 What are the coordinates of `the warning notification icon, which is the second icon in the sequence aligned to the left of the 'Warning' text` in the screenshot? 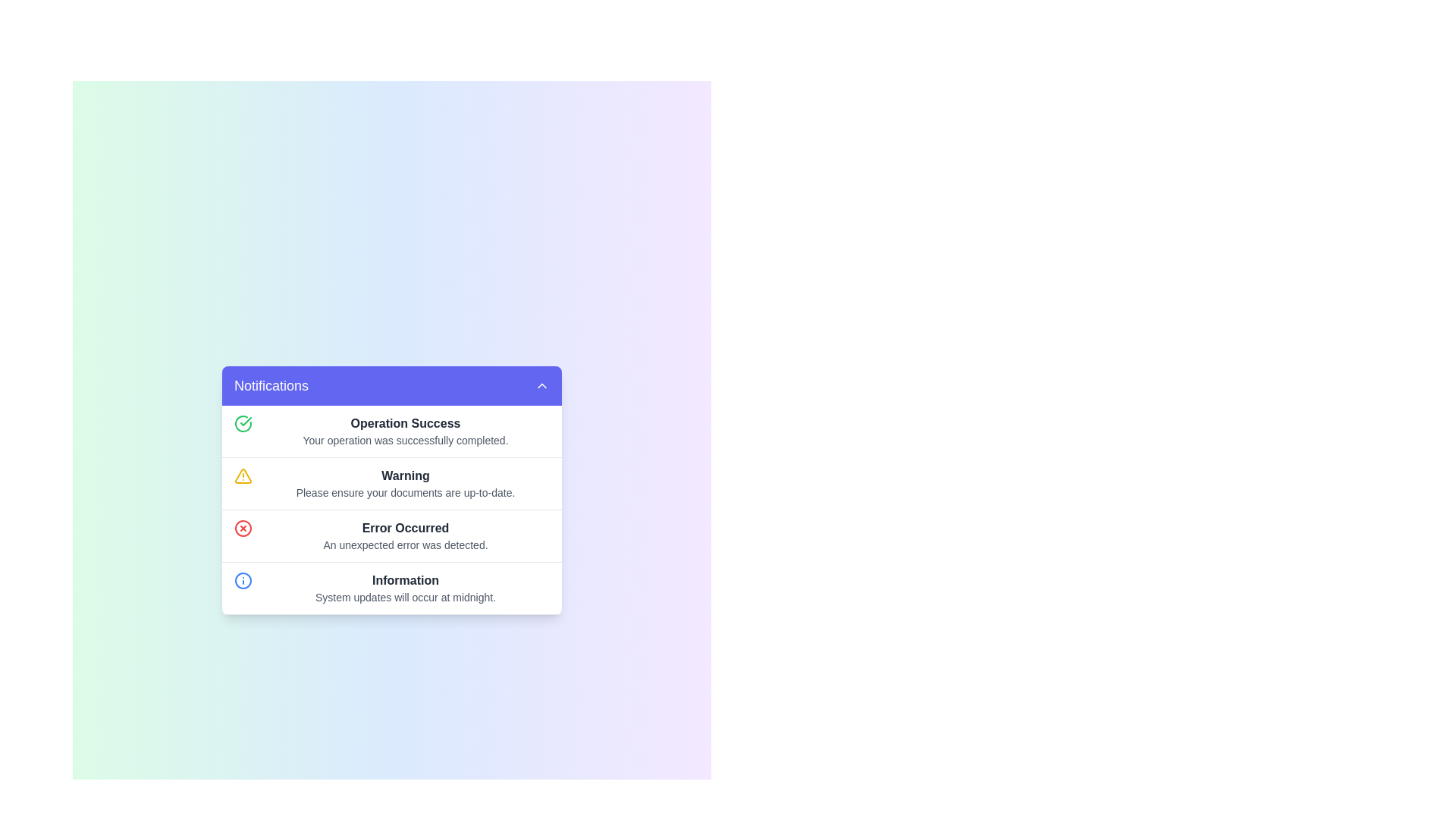 It's located at (243, 475).